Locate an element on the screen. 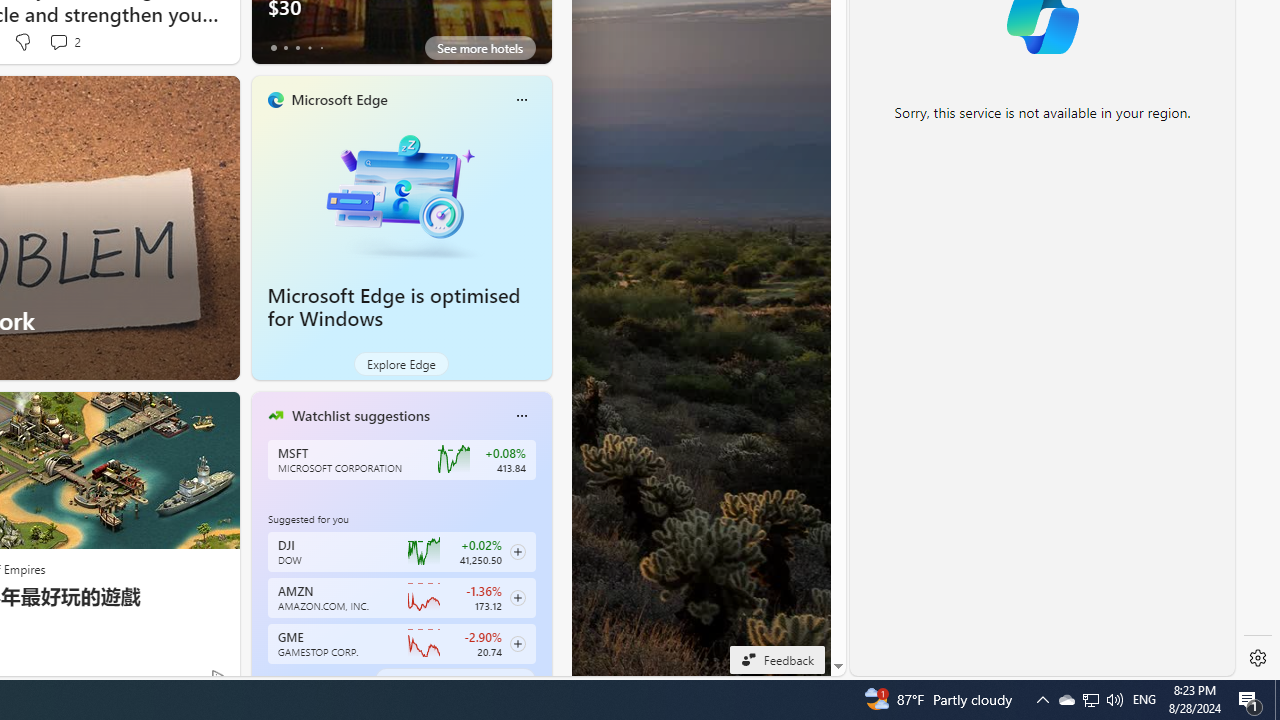 The width and height of the screenshot is (1280, 720). 'tab-1' is located at coordinates (284, 679).